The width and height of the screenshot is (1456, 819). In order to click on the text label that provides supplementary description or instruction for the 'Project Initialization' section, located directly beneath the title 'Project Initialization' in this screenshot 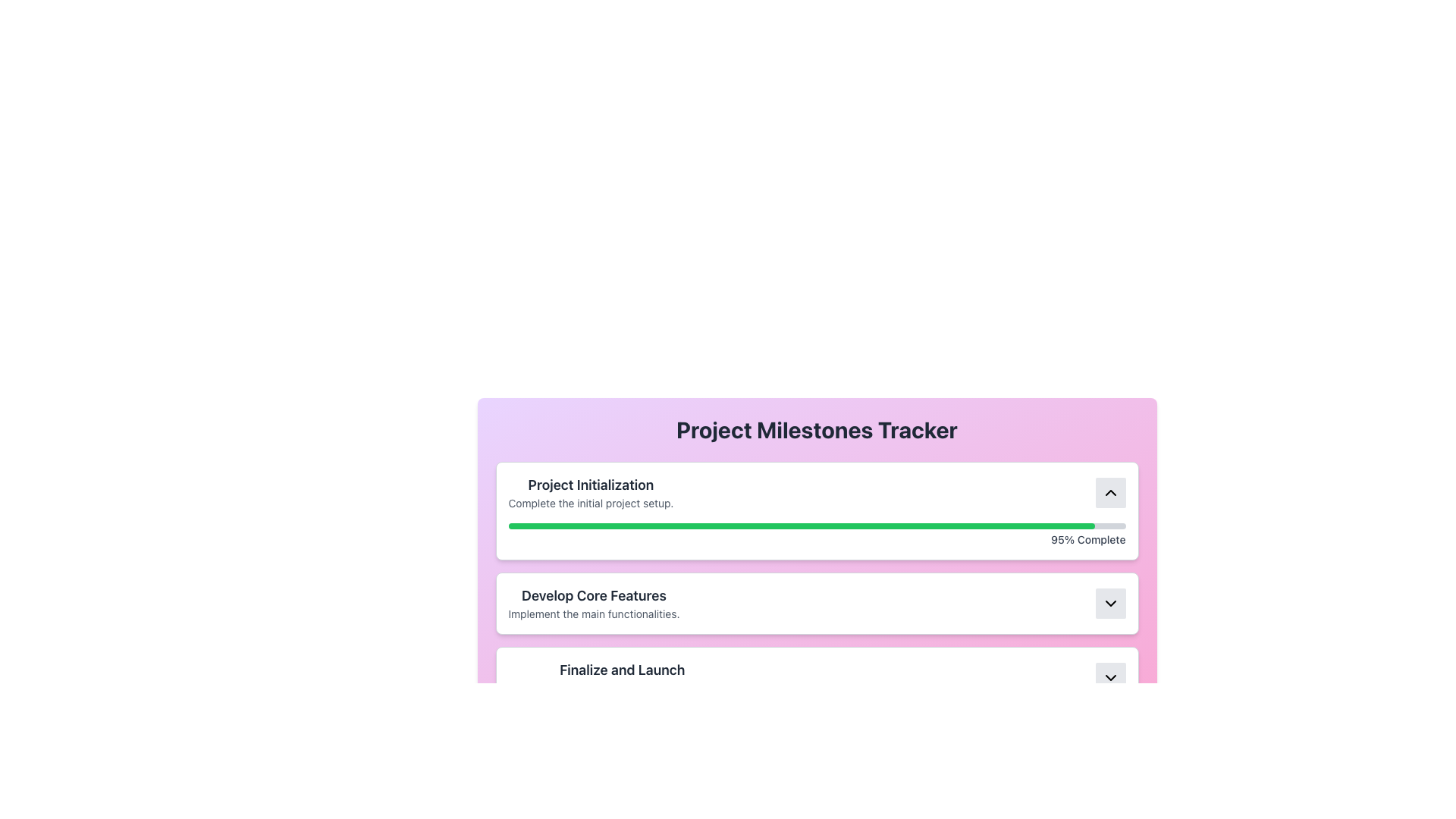, I will do `click(590, 503)`.